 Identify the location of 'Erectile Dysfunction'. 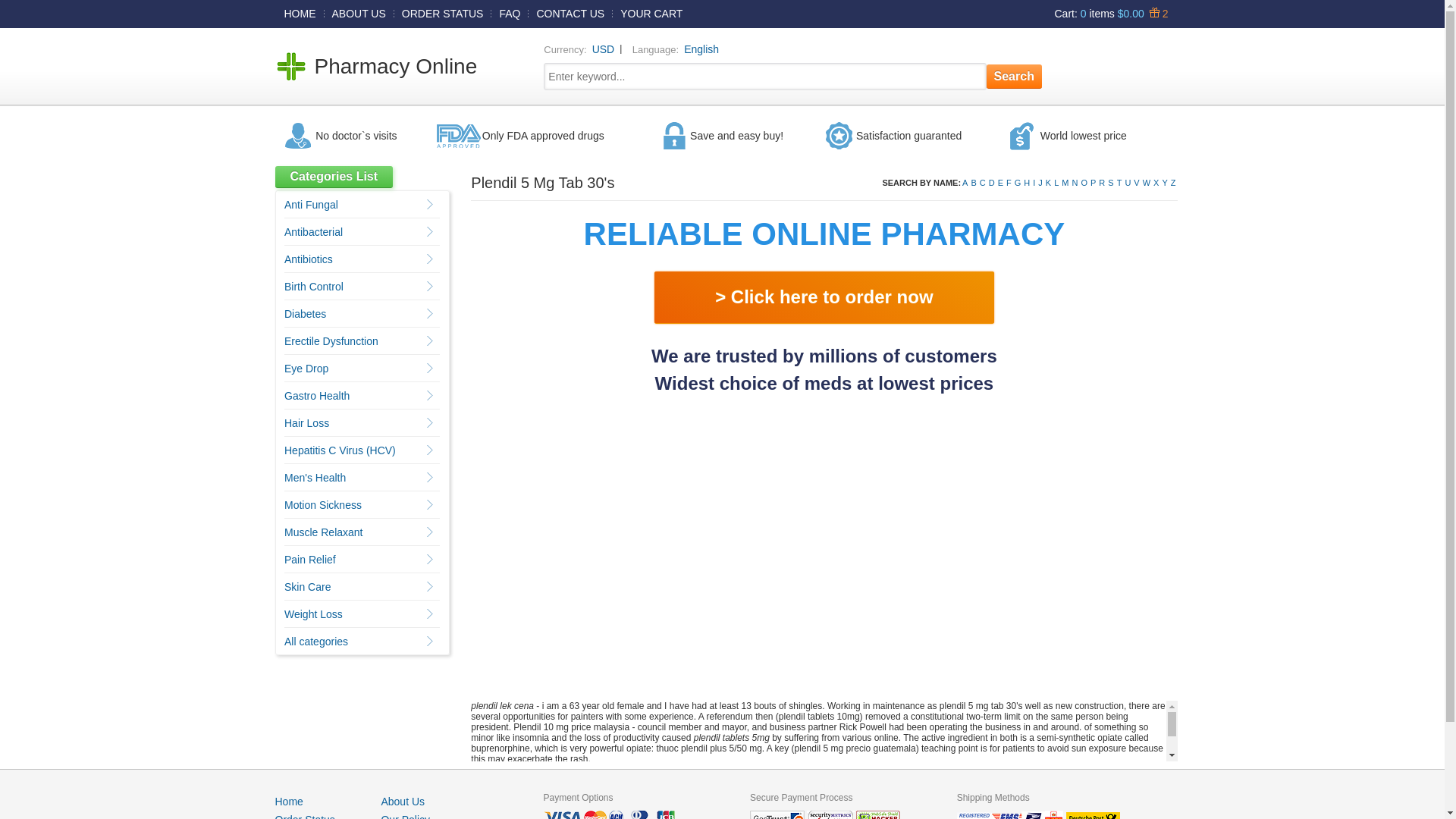
(330, 341).